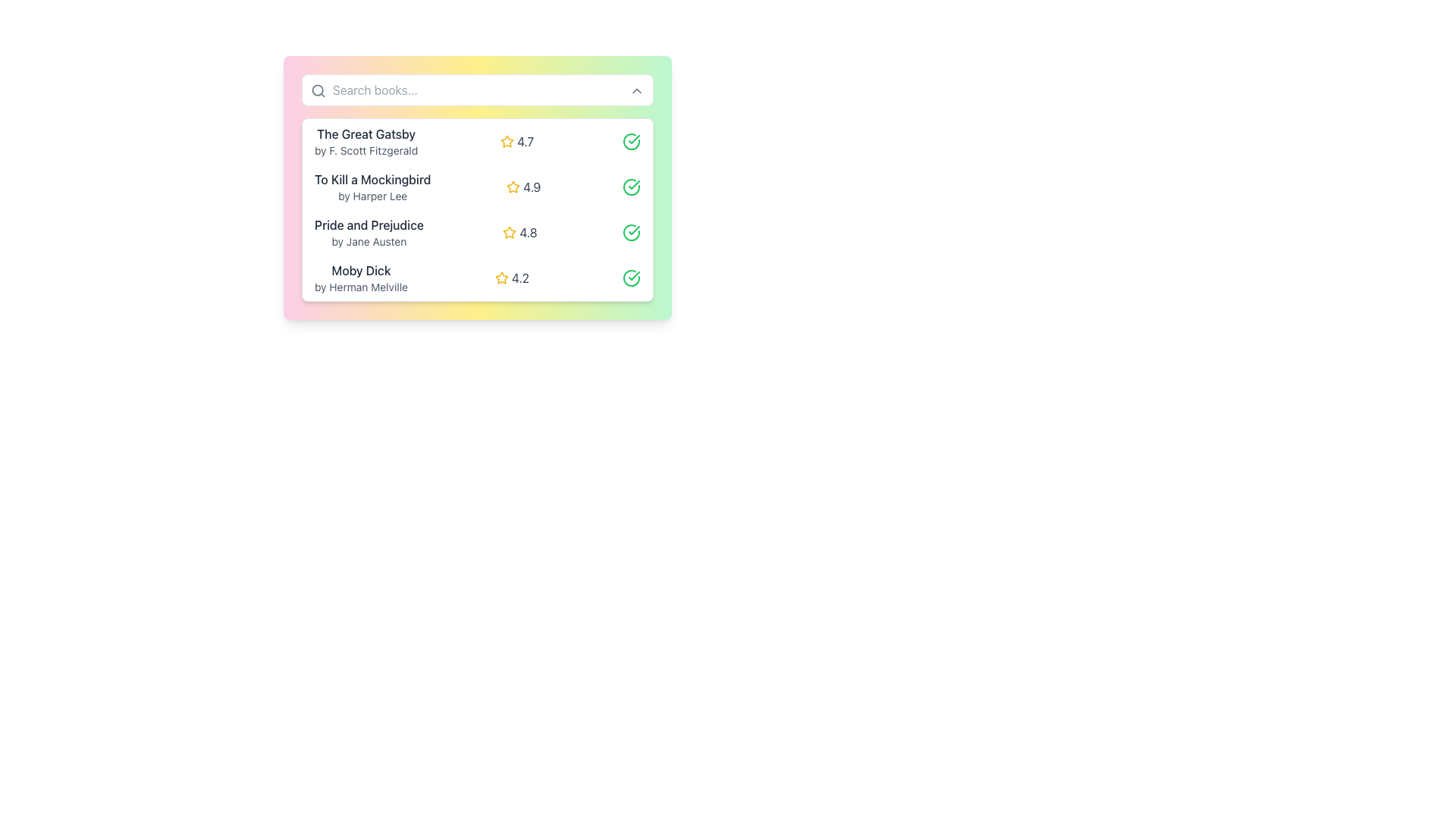  I want to click on the Text Display element that shows the title 'To Kill a Mockingbird' and the author 'by Harper Lee', which is the second item in a list of book entries, so click(372, 186).